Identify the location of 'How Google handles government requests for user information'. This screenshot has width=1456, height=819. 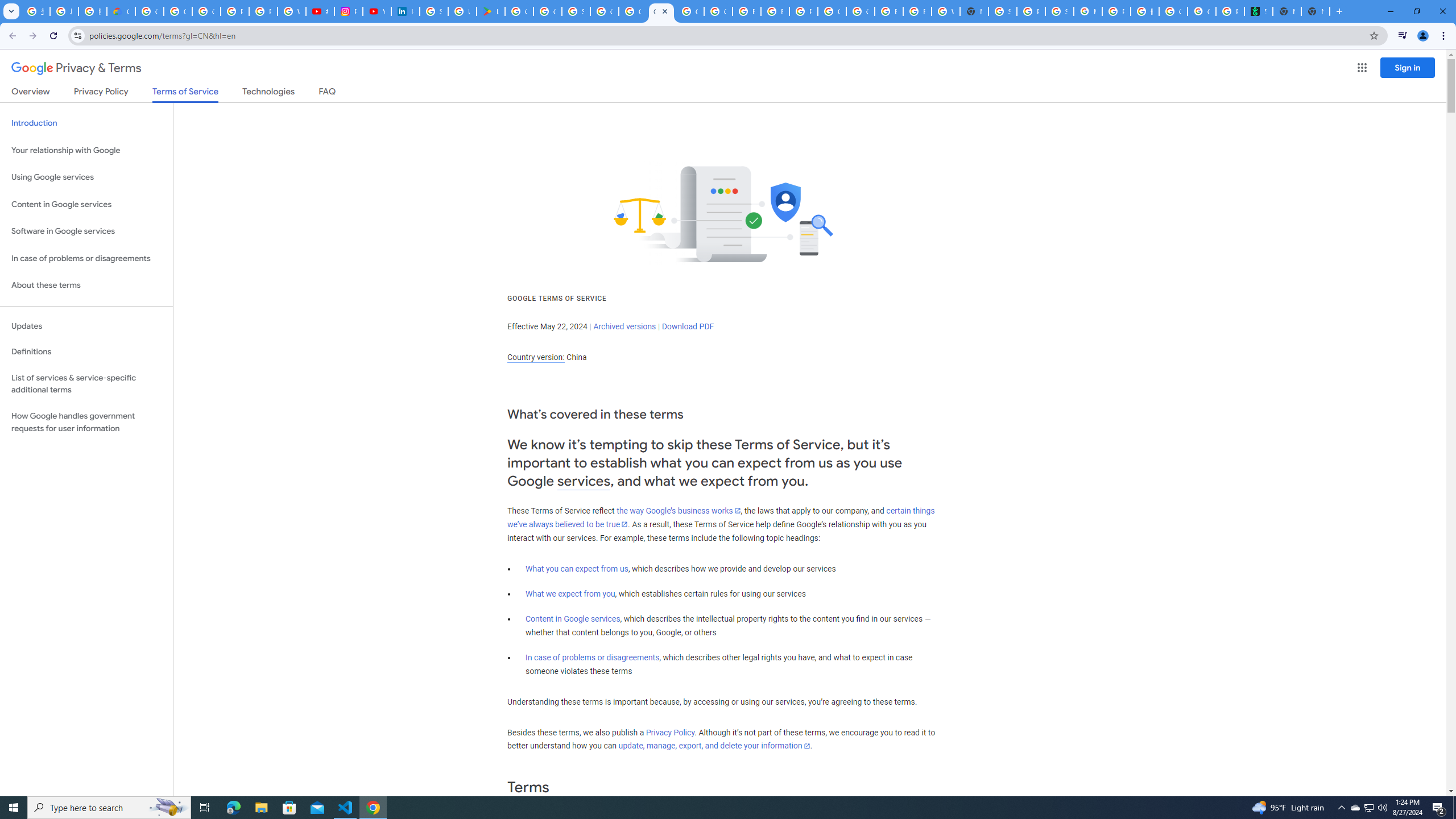
(86, 422).